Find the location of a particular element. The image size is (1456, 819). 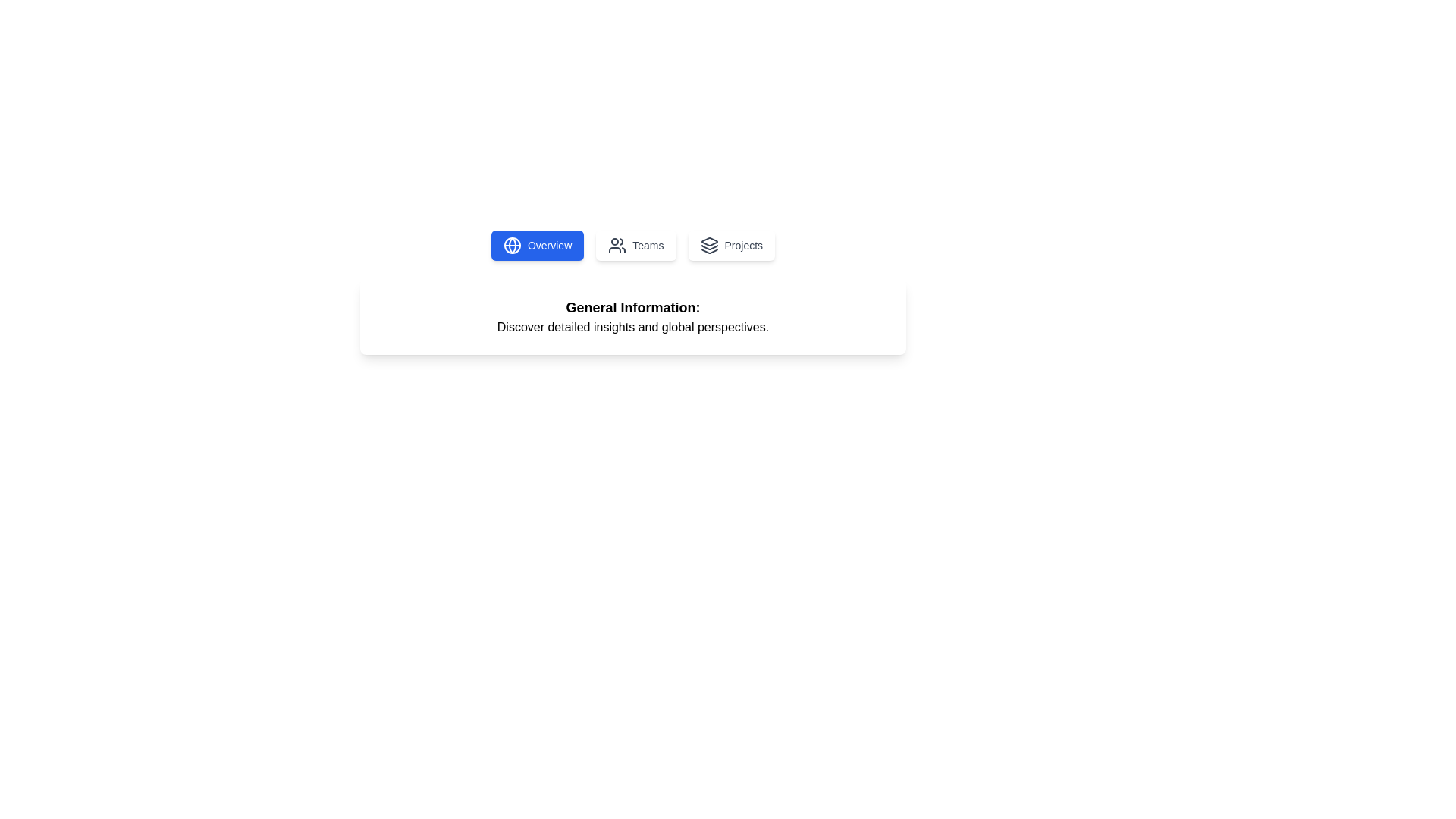

the 'Teams' button, which is a rectangular button with rounded corners, white background, and gray text. It is located just above a text section and is the second button in a horizontal row is located at coordinates (635, 245).